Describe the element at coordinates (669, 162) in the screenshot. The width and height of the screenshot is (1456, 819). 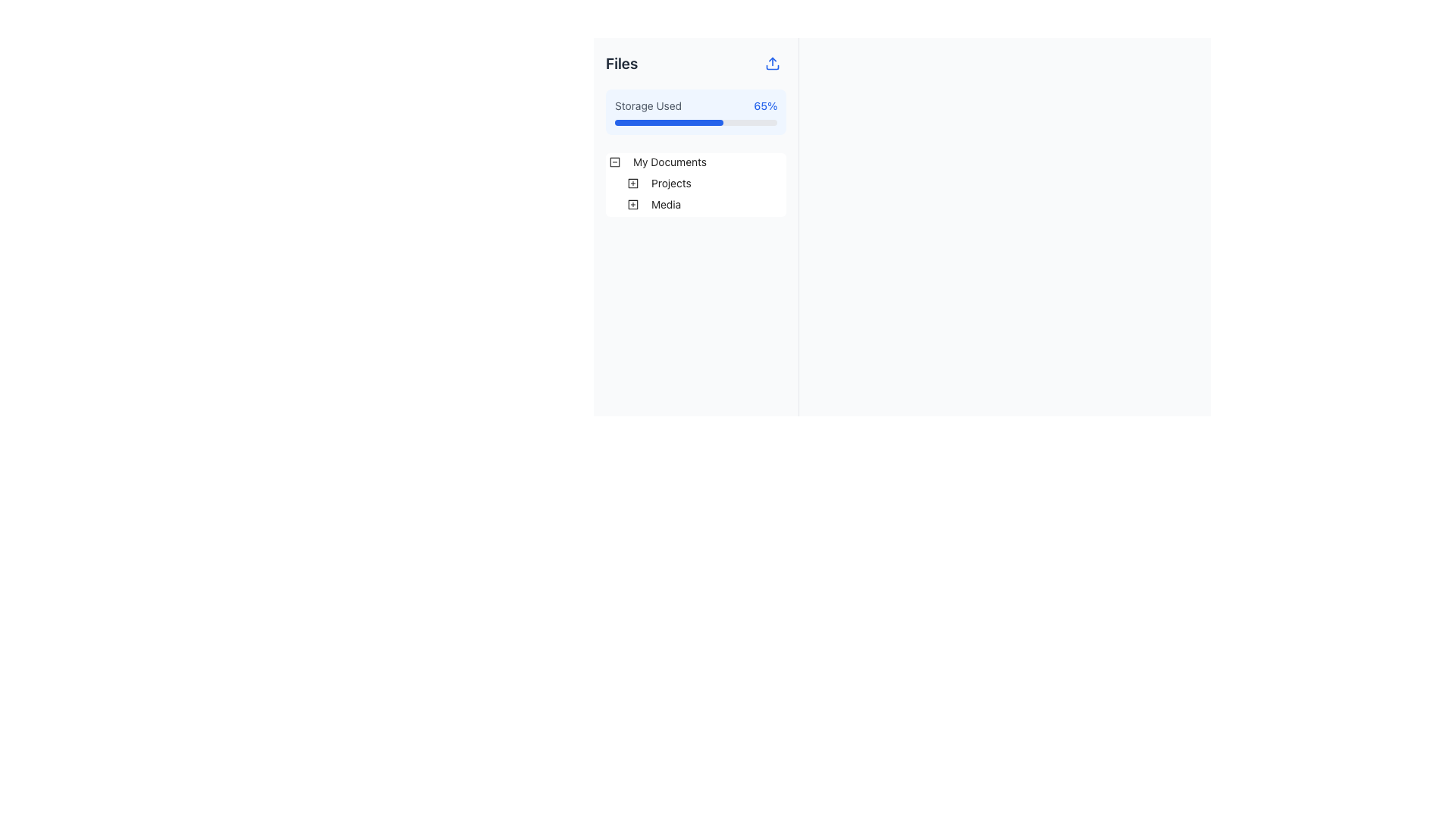
I see `on the 'My Documents' text label within the collapsible folder item` at that location.